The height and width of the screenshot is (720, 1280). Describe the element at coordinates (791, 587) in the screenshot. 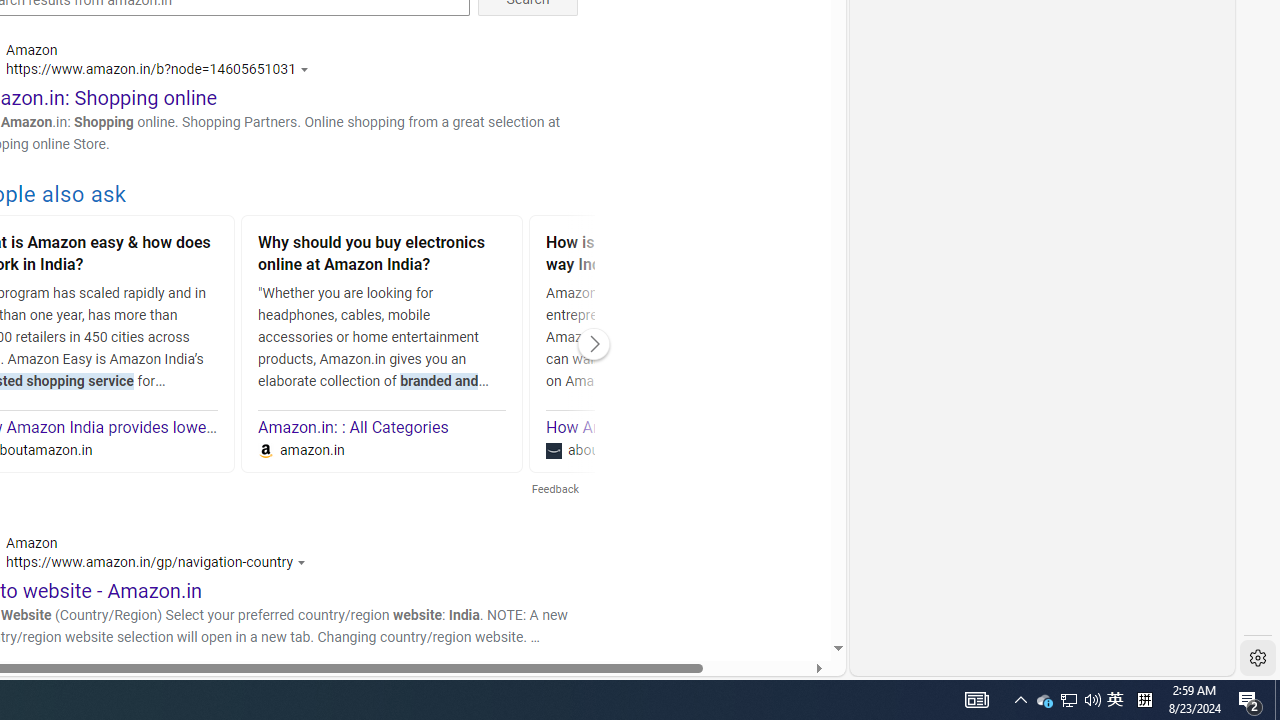

I see `'Search more'` at that location.